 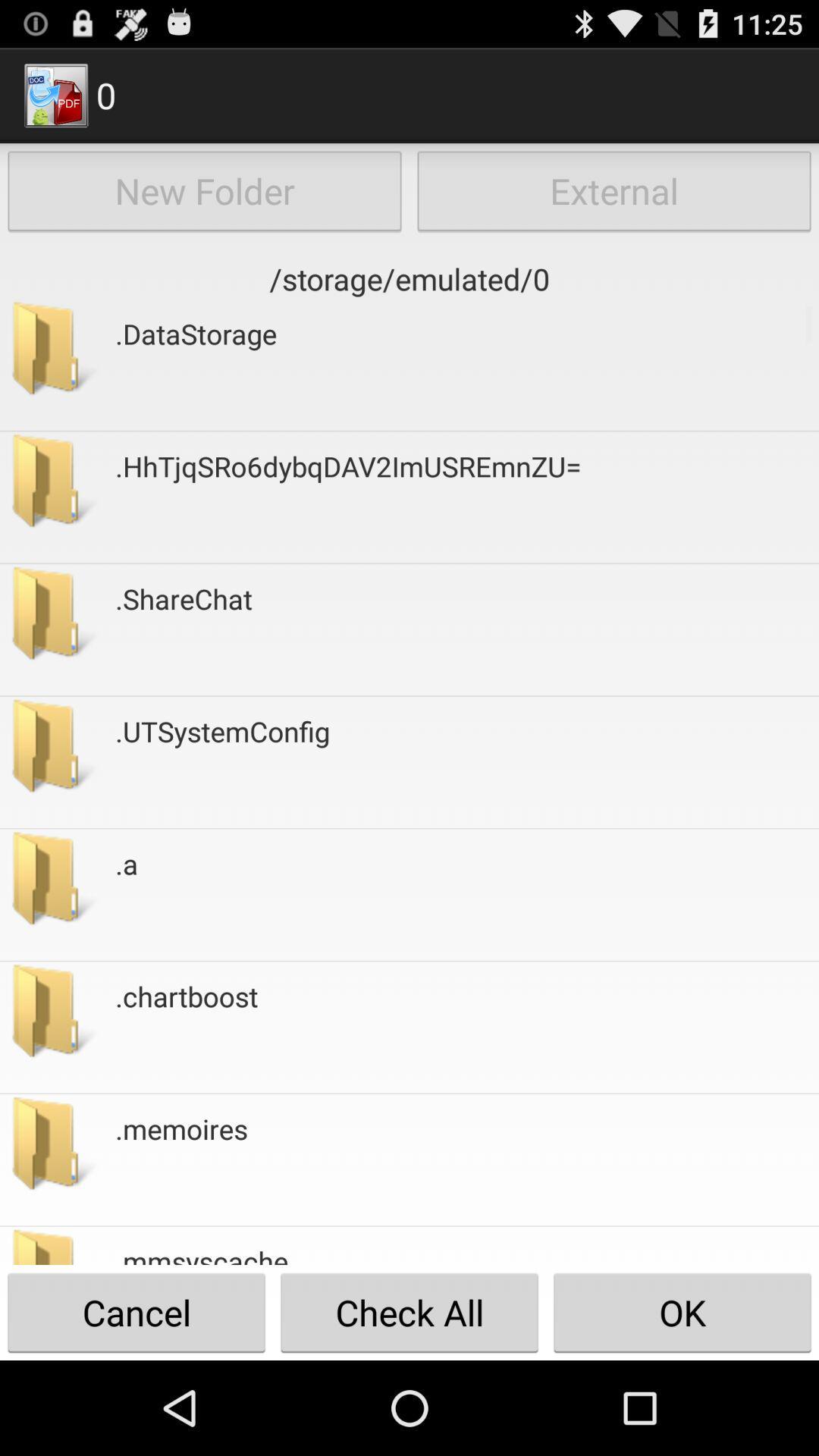 I want to click on the check all button, so click(x=409, y=1312).